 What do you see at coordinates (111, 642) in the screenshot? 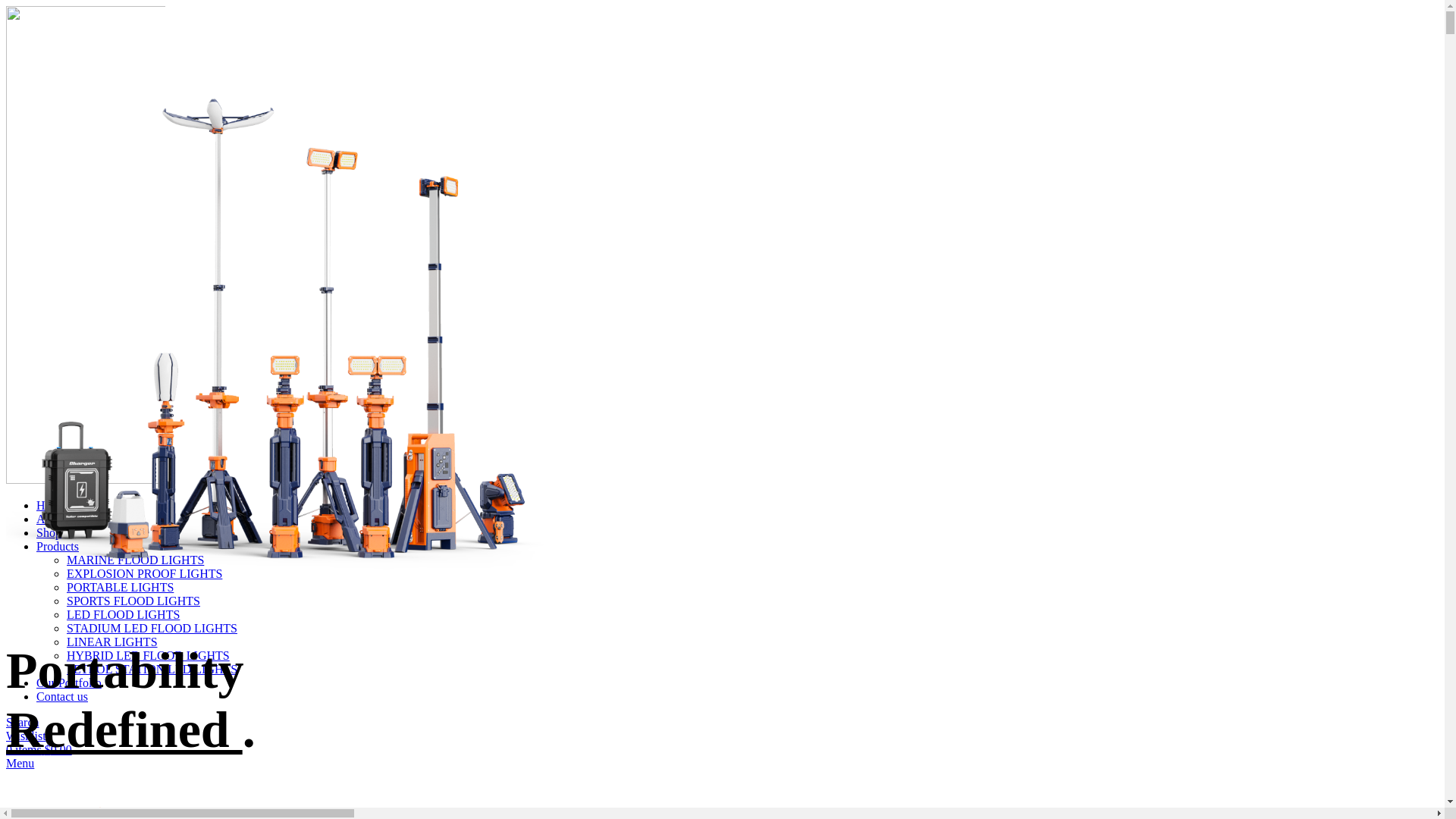
I see `'LINEAR LIGHTS'` at bounding box center [111, 642].